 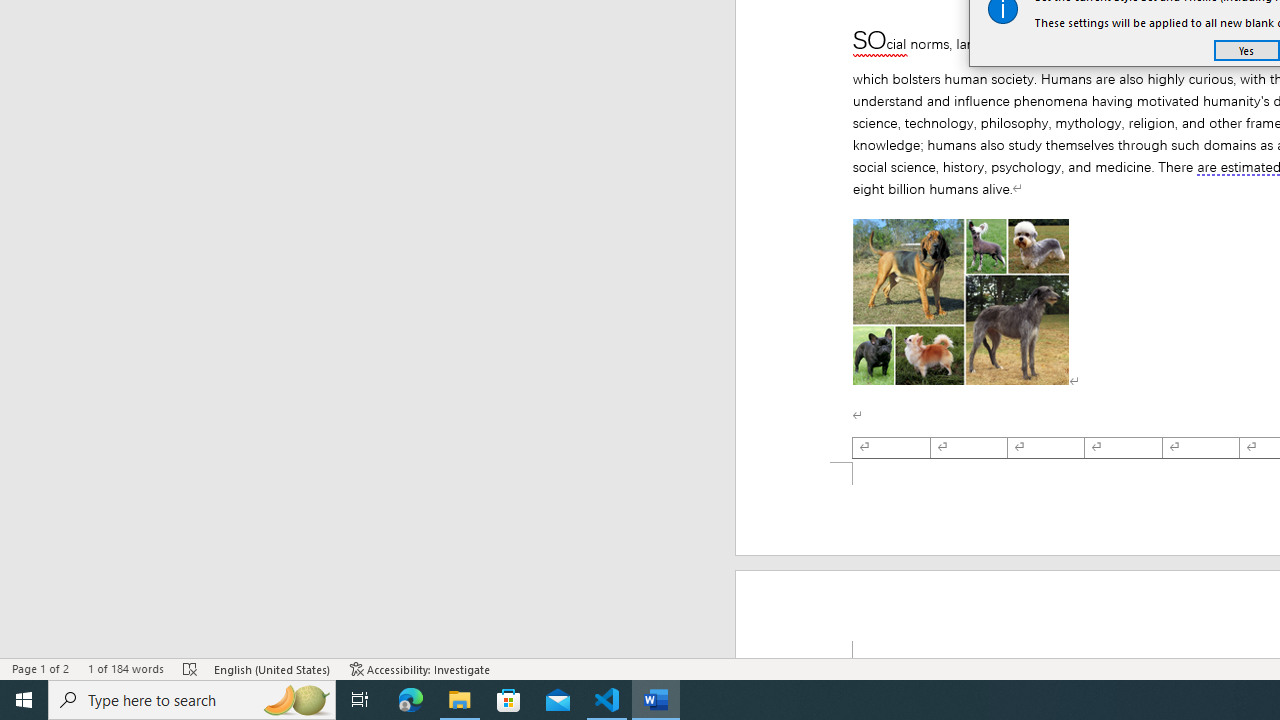 I want to click on 'Microsoft Store', so click(x=509, y=698).